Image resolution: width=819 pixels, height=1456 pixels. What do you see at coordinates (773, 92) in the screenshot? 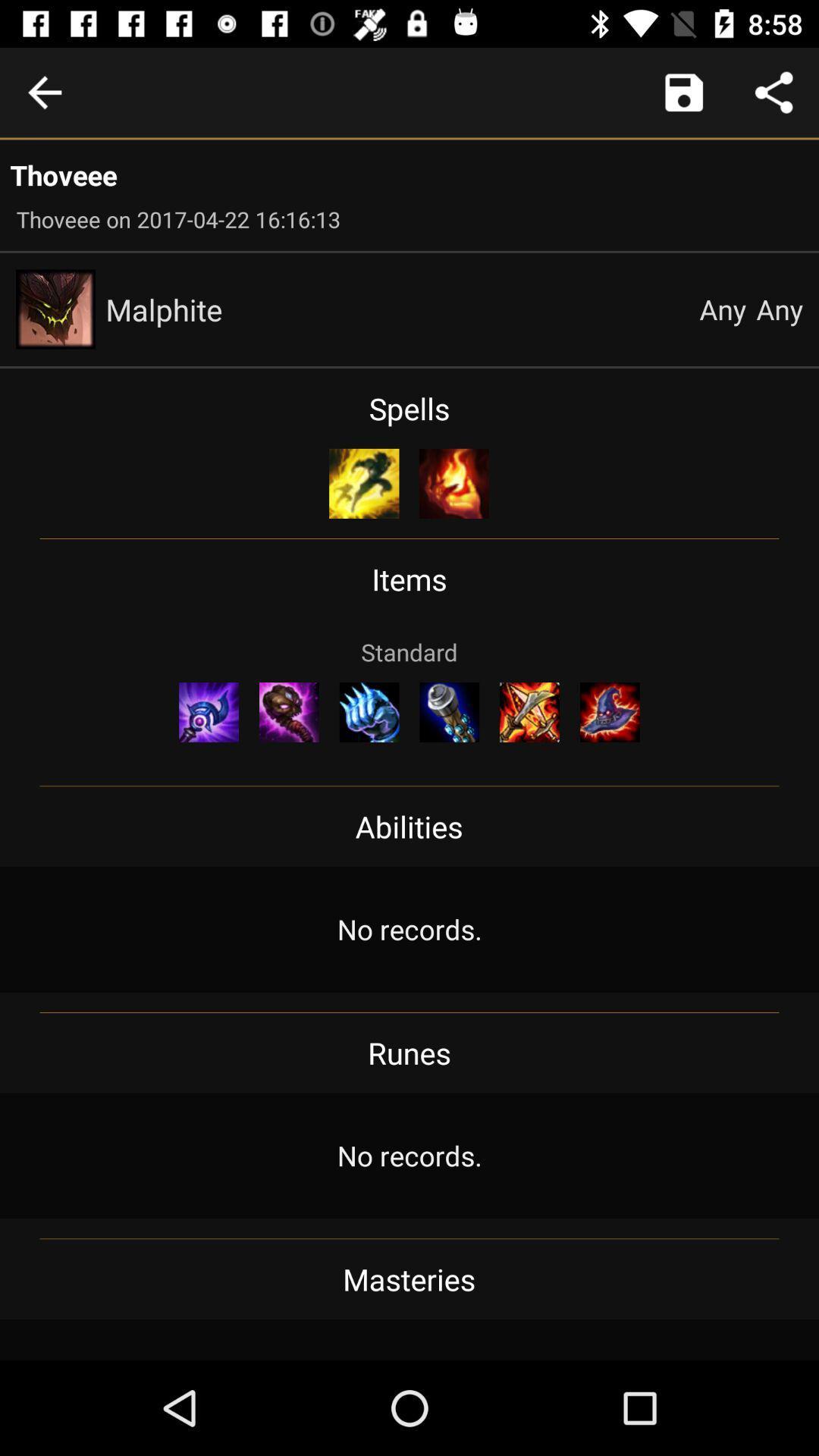
I see `share` at bounding box center [773, 92].